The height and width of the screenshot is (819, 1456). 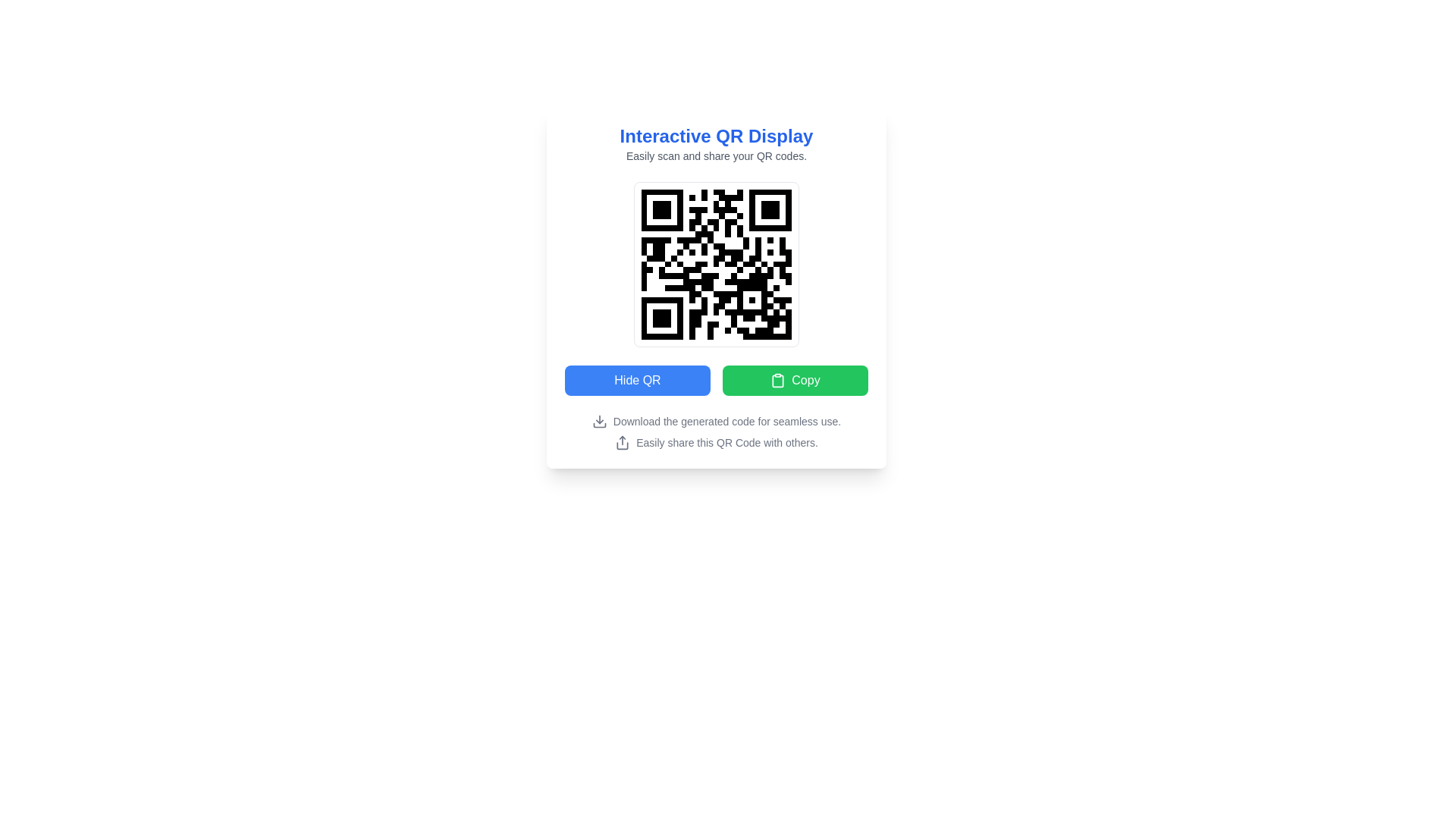 I want to click on the second button in the horizontal arrangement that allows users to copy the displayed QR code or associated data to the clipboard, so click(x=795, y=379).